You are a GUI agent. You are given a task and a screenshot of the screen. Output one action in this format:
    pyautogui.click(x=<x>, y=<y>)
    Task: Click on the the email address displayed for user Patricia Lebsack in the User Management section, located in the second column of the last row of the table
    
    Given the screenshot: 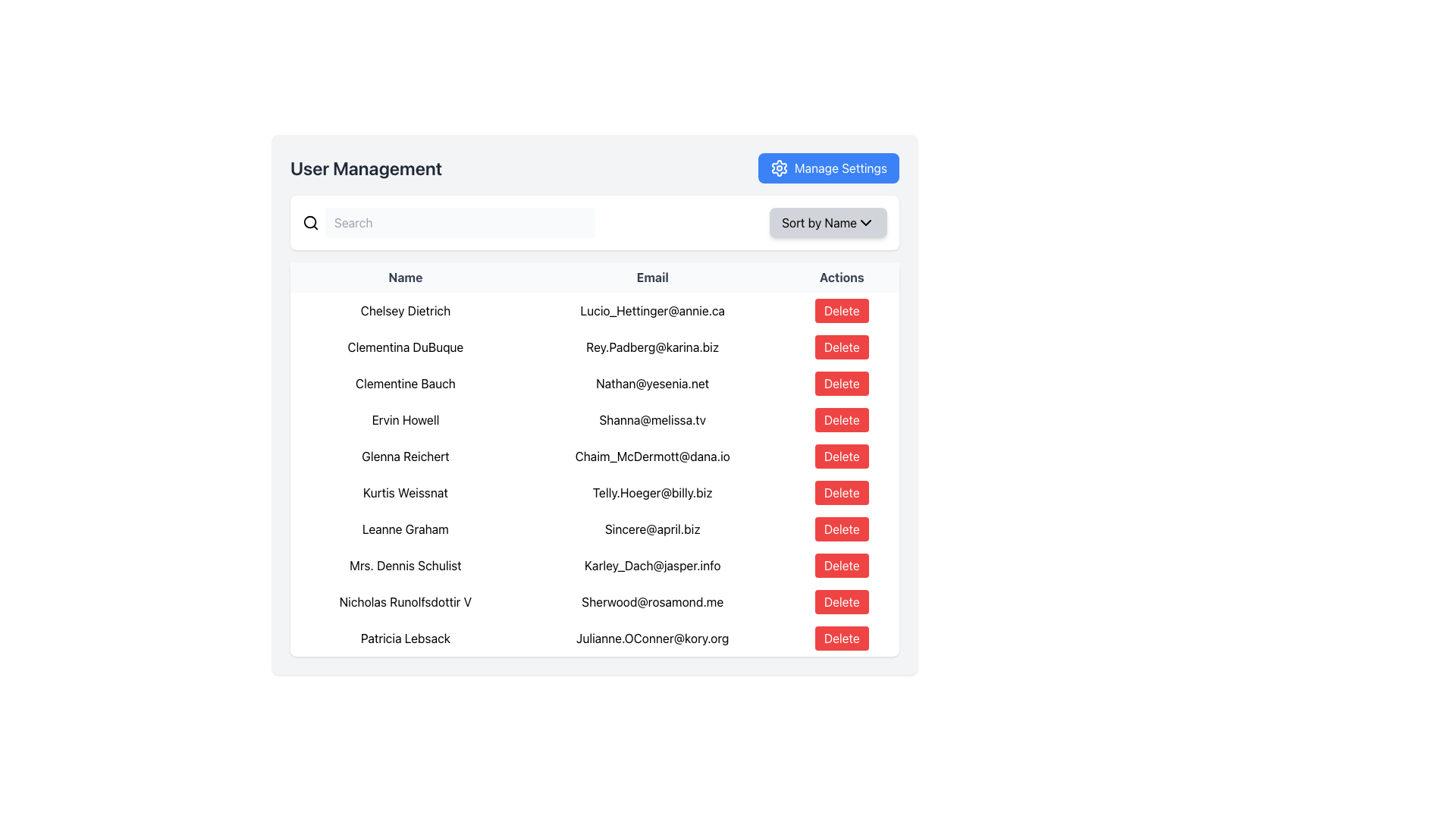 What is the action you would take?
    pyautogui.click(x=652, y=638)
    